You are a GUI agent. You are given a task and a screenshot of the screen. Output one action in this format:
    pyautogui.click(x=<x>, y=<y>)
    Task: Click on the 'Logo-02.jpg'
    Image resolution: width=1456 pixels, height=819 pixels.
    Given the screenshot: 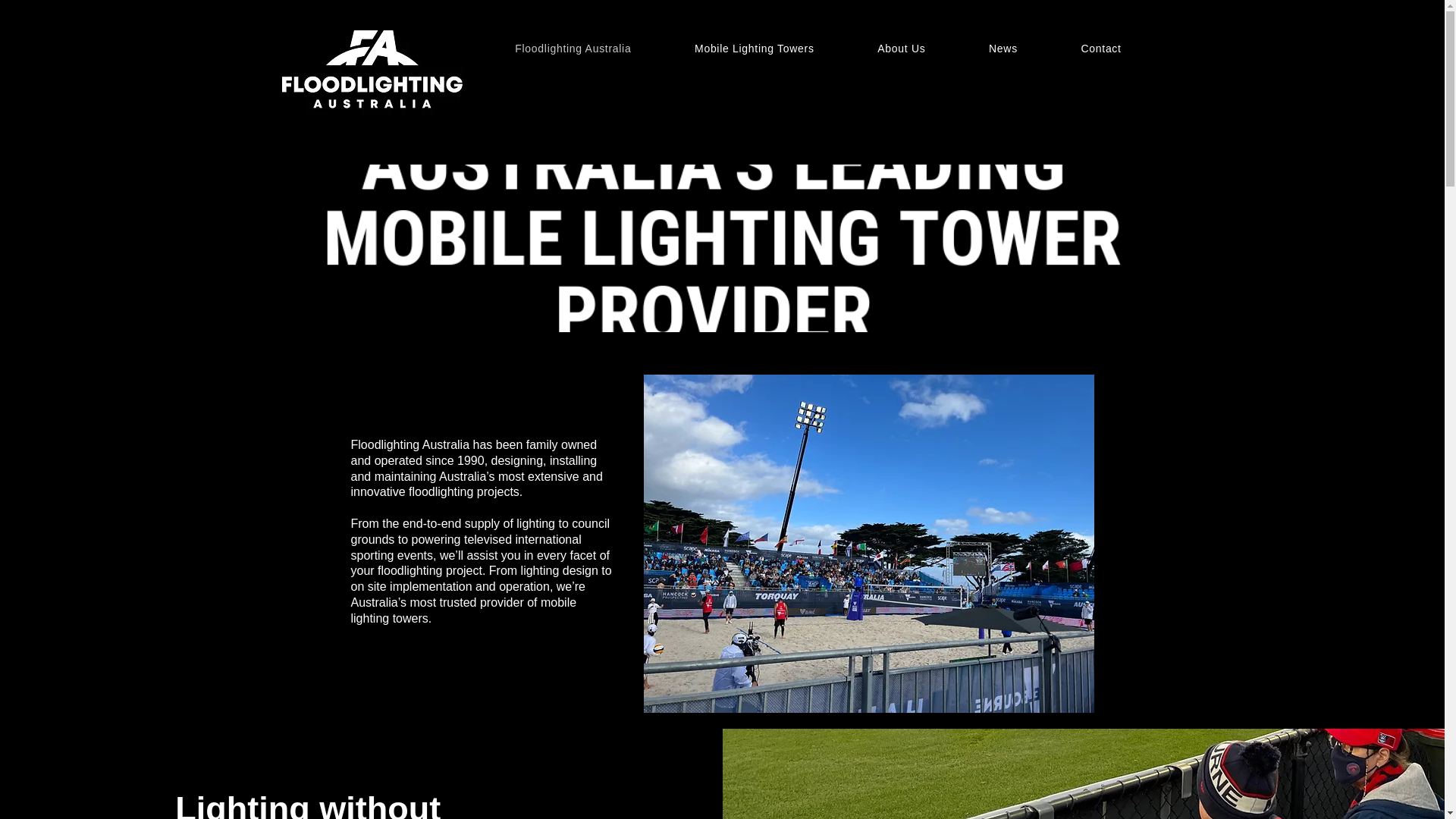 What is the action you would take?
    pyautogui.click(x=371, y=66)
    